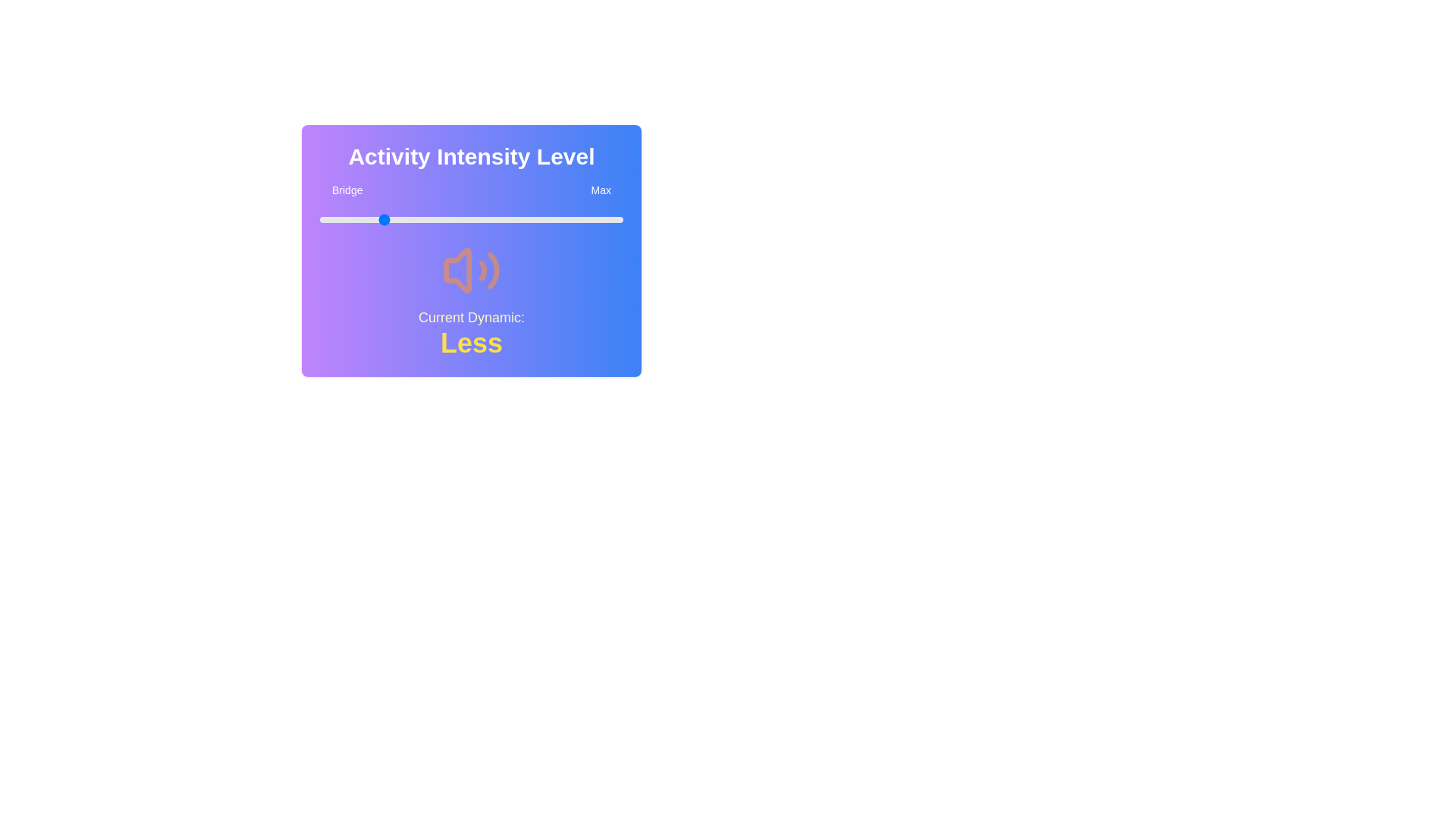 This screenshot has width=1456, height=819. Describe the element at coordinates (411, 219) in the screenshot. I see `the slider to set the value to 30` at that location.